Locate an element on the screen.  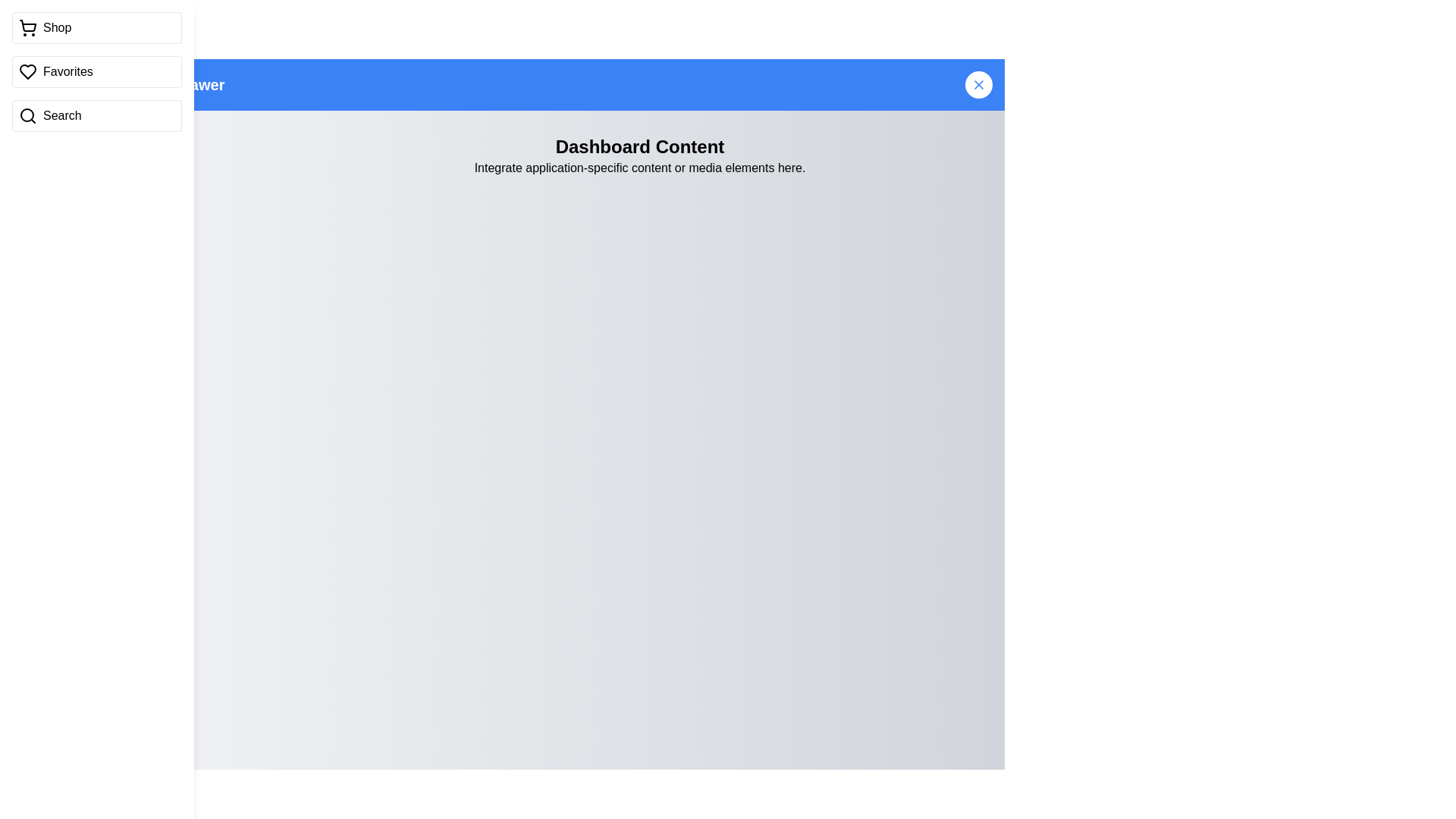
the blue and white 'X' icon located in the top-right corner of the interface is located at coordinates (979, 84).